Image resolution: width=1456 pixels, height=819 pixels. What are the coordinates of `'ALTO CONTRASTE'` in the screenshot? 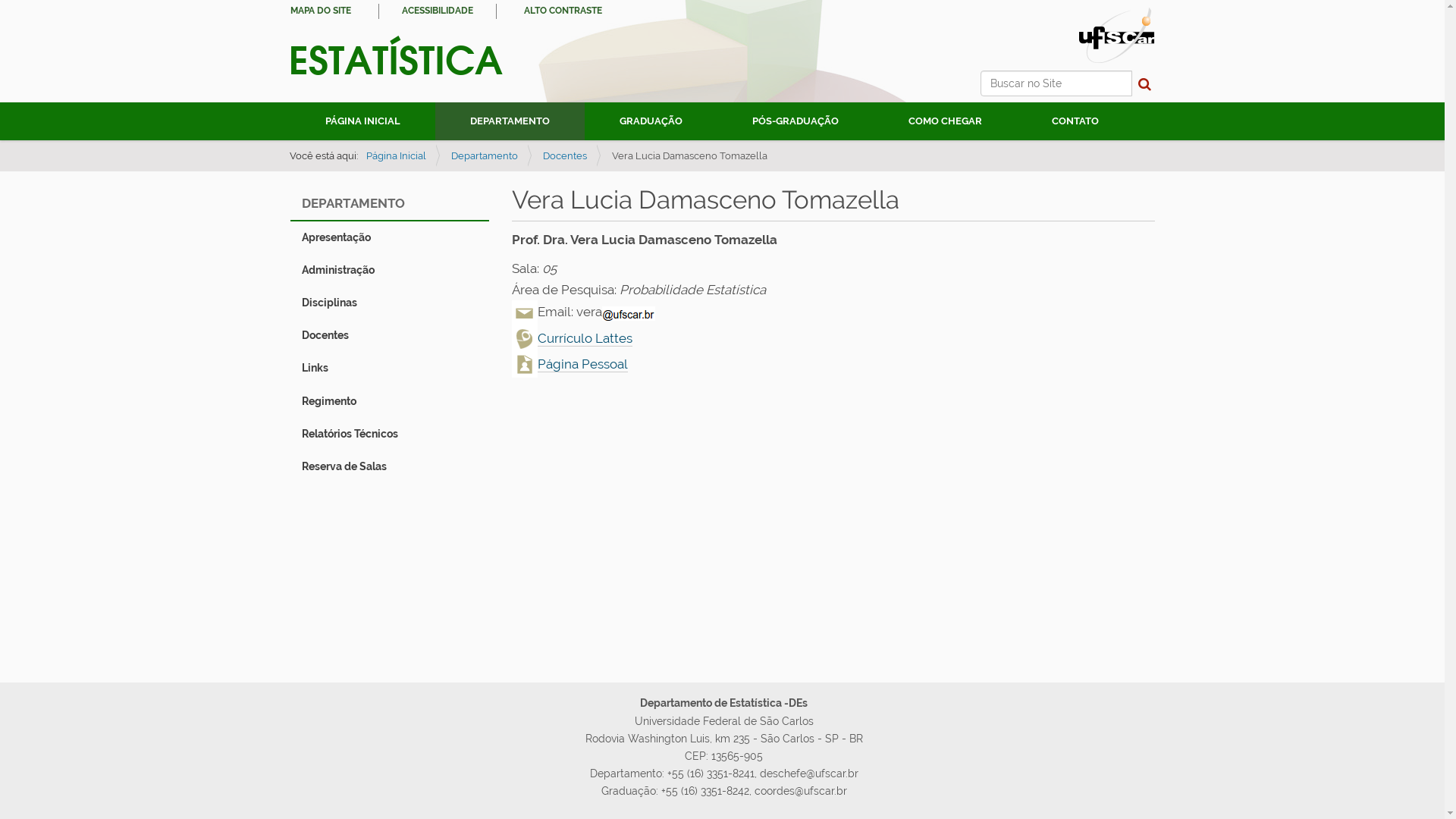 It's located at (561, 11).